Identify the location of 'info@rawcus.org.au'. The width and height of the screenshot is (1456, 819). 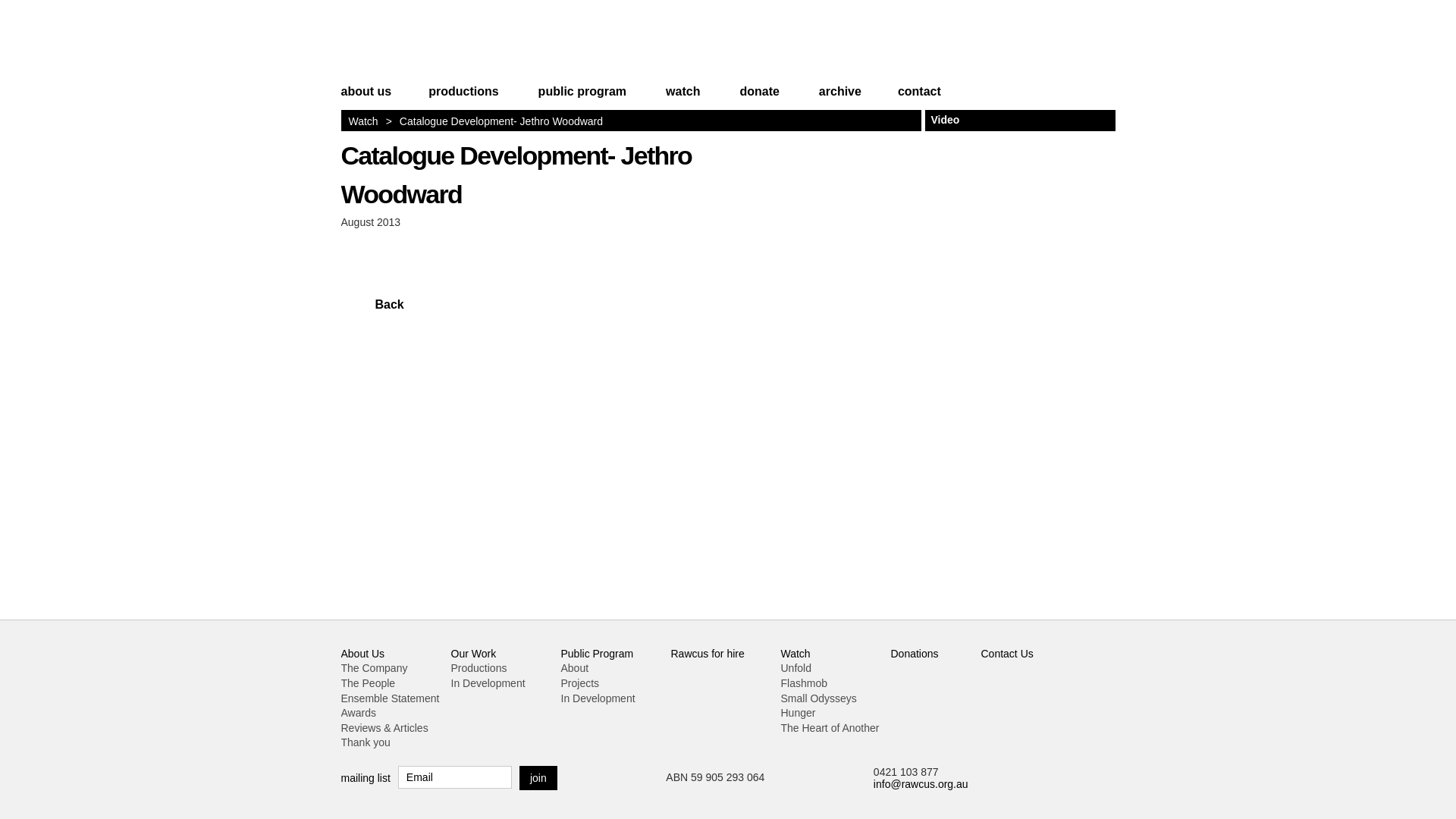
(920, 783).